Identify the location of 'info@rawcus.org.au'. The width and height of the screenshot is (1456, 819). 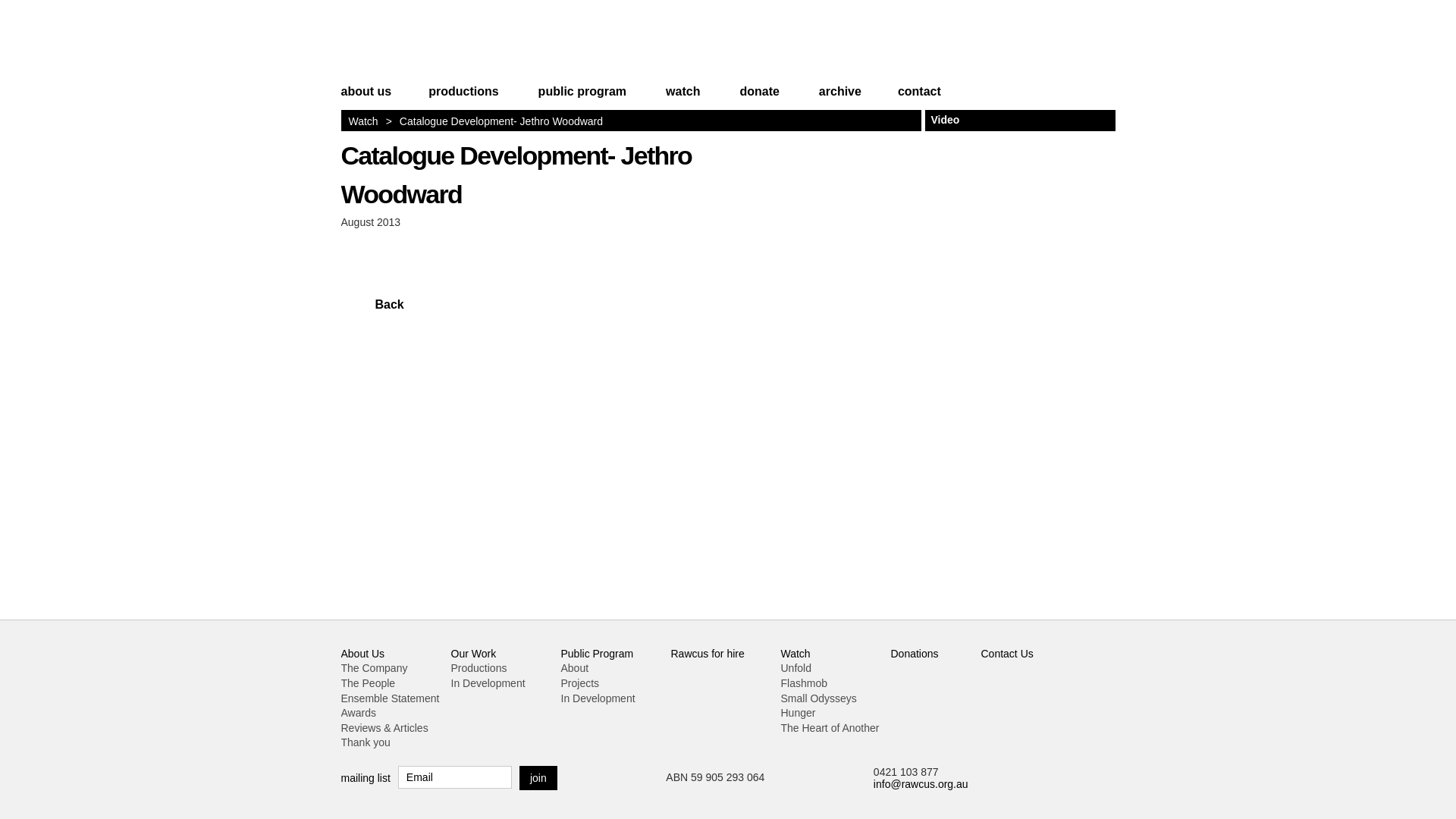
(920, 783).